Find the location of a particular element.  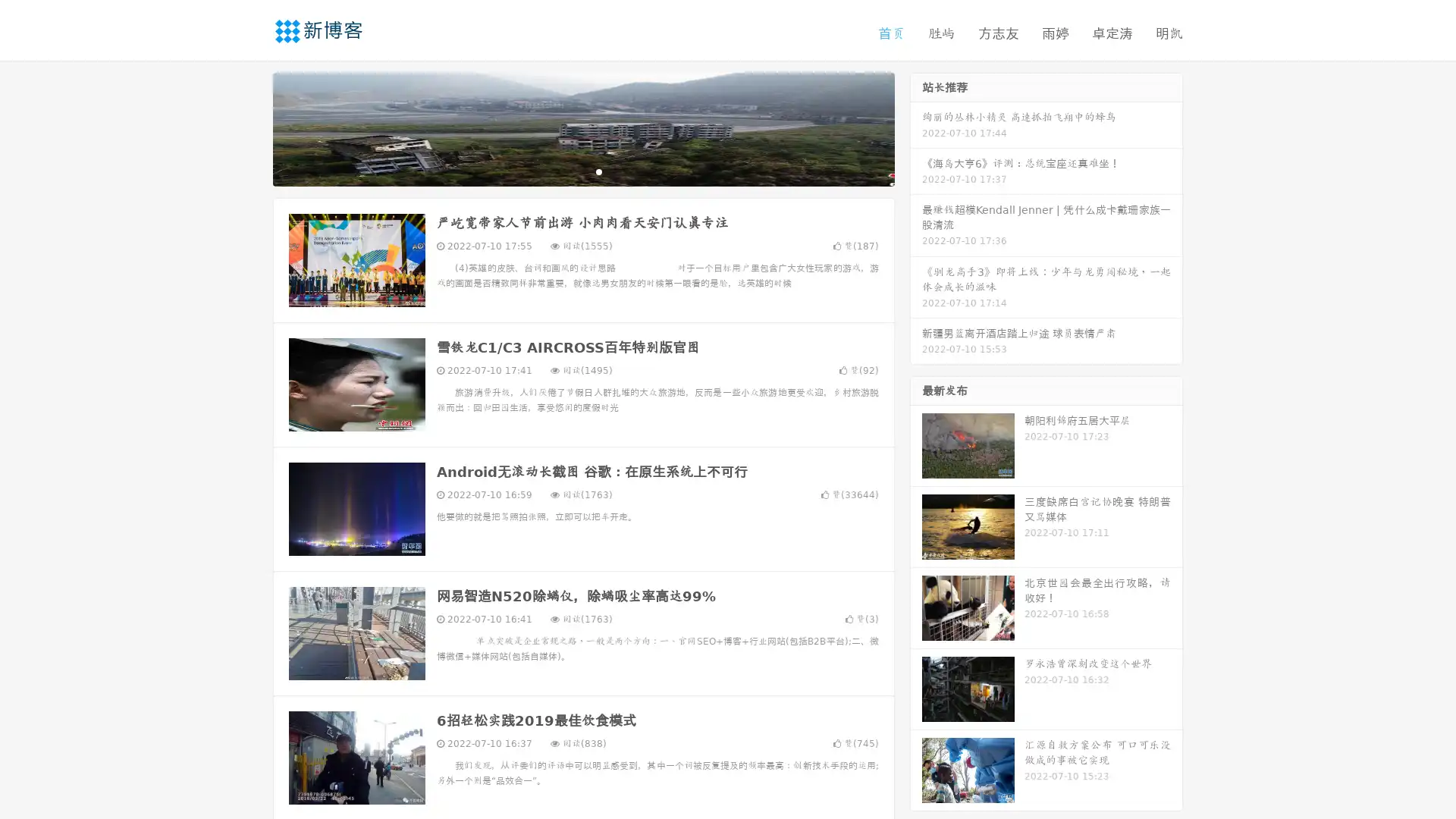

Next slide is located at coordinates (916, 127).